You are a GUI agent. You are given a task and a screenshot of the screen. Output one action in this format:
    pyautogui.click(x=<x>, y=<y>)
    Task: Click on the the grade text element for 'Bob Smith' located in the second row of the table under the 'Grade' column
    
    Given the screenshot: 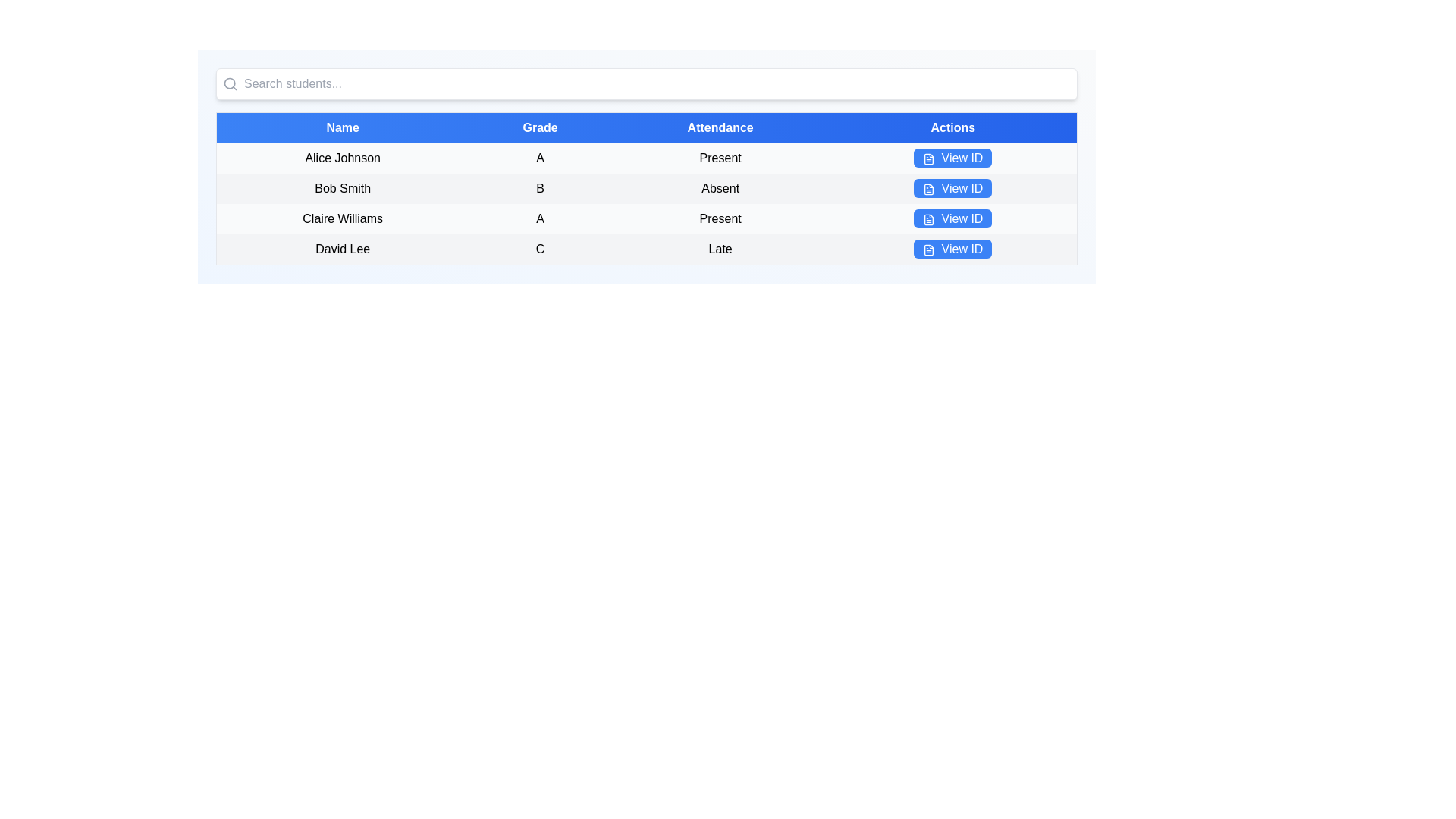 What is the action you would take?
    pyautogui.click(x=540, y=188)
    